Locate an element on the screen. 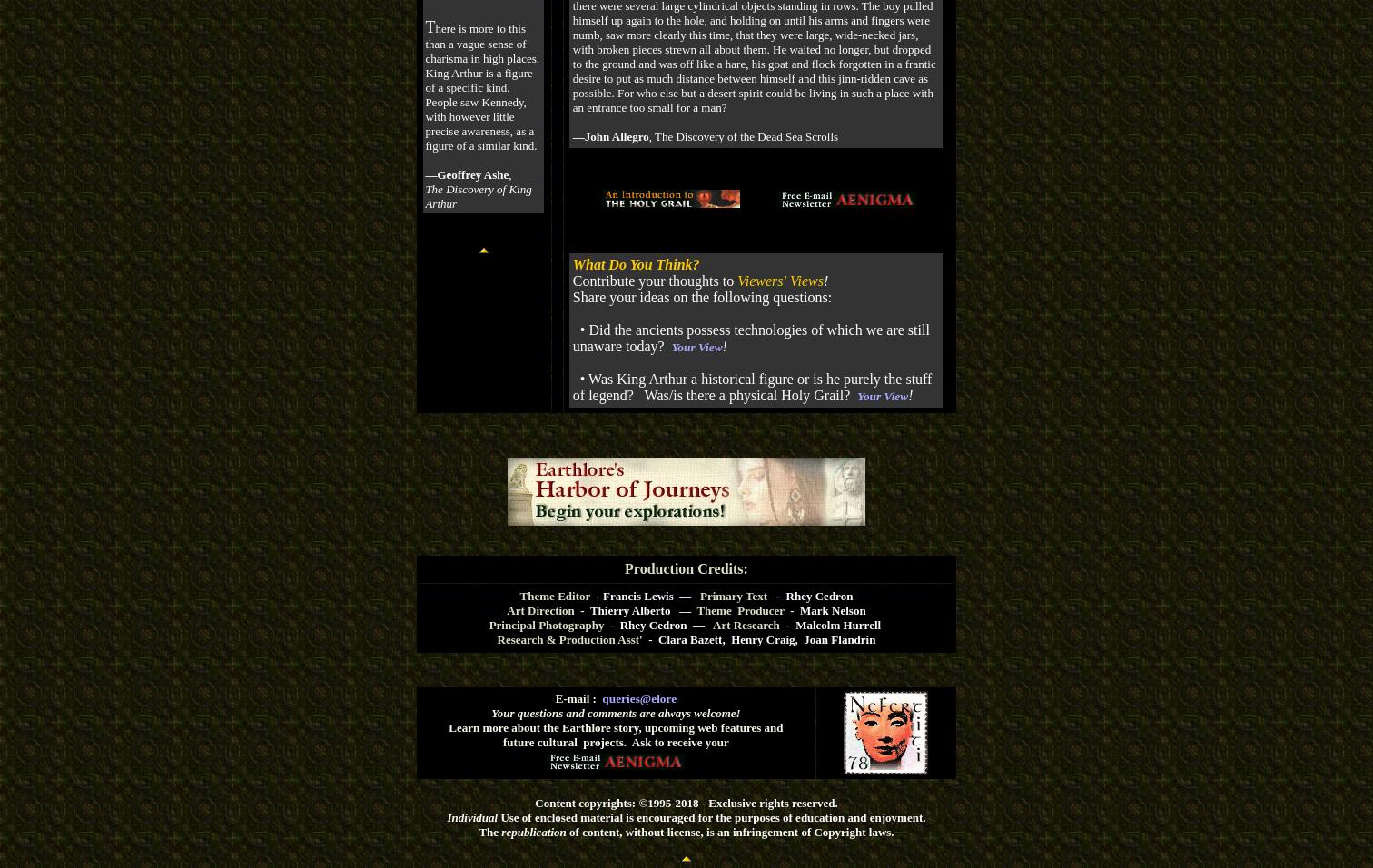 The width and height of the screenshot is (1373, 868). 'The' is located at coordinates (489, 831).